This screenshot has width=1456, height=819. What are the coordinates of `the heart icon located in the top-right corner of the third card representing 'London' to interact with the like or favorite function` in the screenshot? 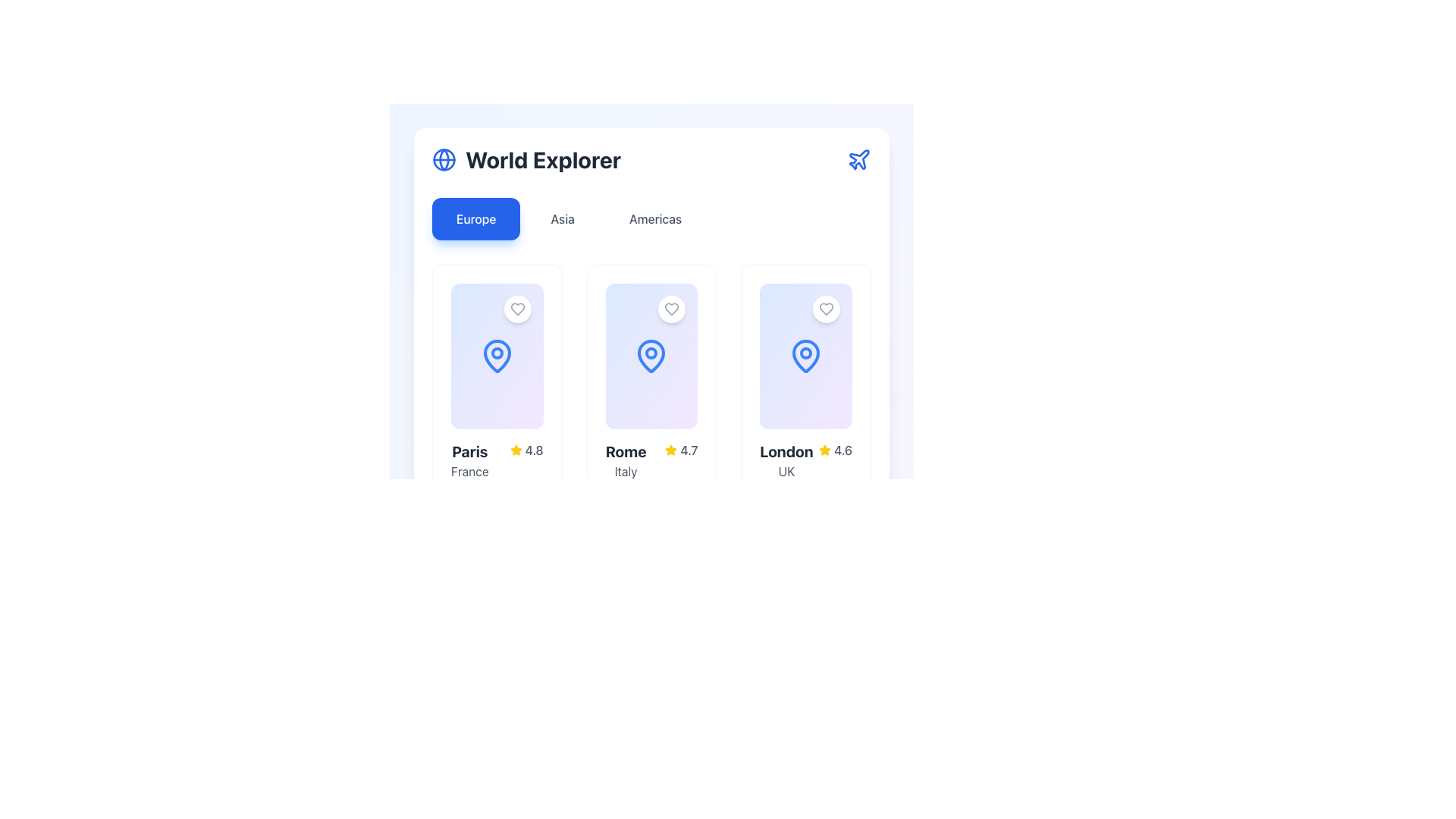 It's located at (825, 309).